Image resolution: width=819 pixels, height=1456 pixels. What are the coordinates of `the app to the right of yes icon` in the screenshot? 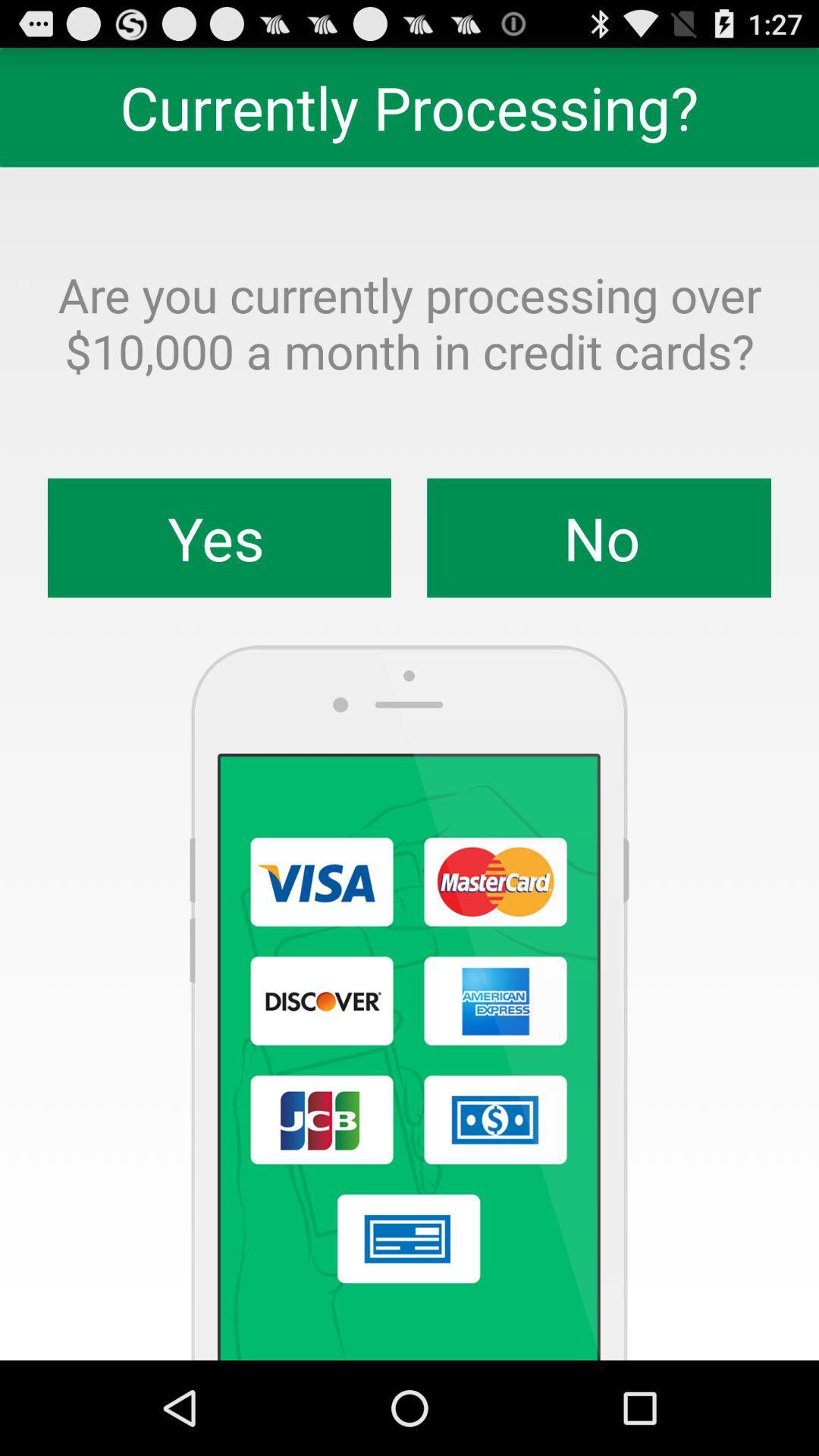 It's located at (598, 538).